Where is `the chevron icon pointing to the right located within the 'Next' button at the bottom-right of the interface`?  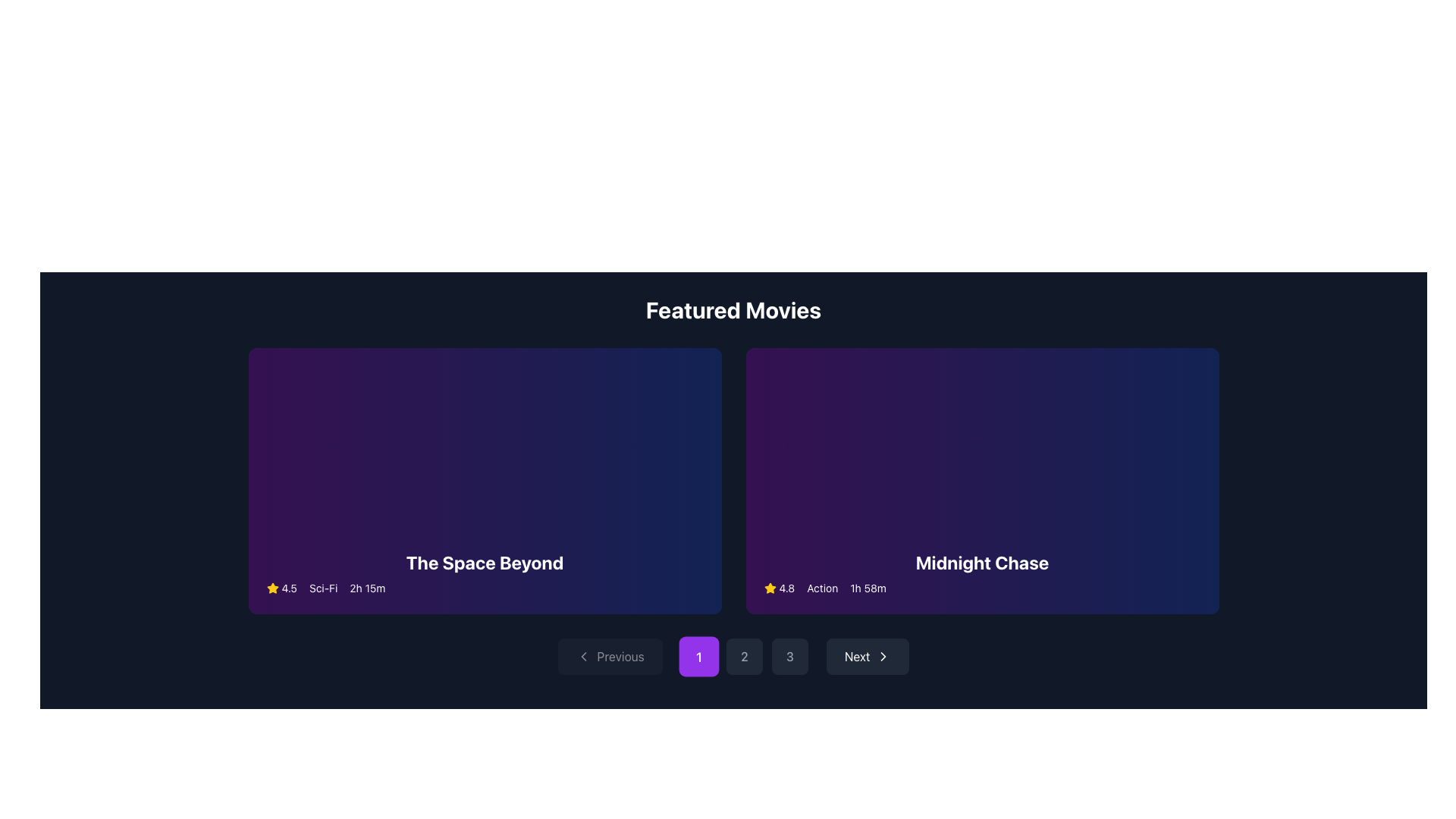 the chevron icon pointing to the right located within the 'Next' button at the bottom-right of the interface is located at coordinates (883, 656).